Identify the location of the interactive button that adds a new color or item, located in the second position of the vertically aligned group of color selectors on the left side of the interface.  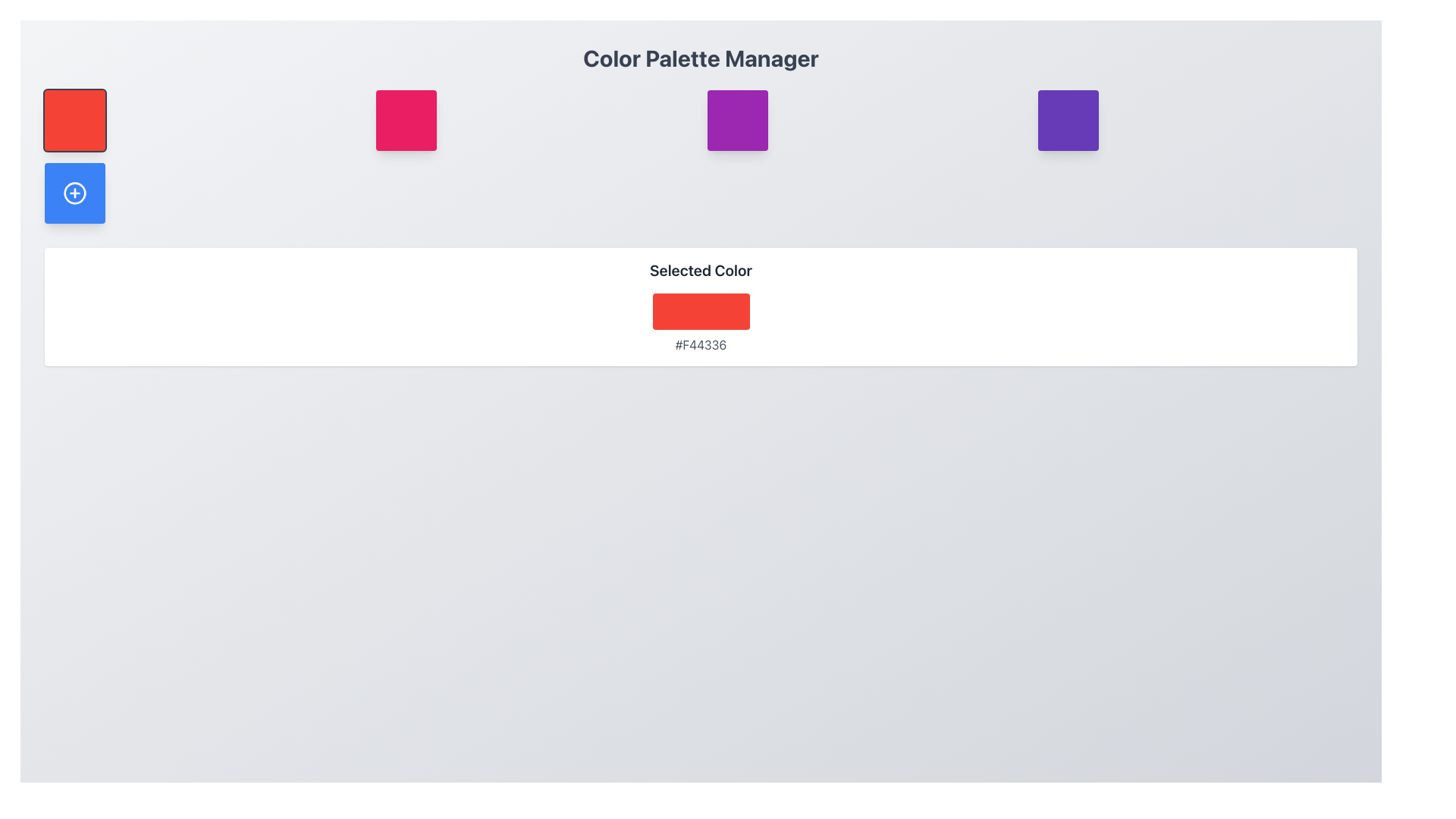
(74, 192).